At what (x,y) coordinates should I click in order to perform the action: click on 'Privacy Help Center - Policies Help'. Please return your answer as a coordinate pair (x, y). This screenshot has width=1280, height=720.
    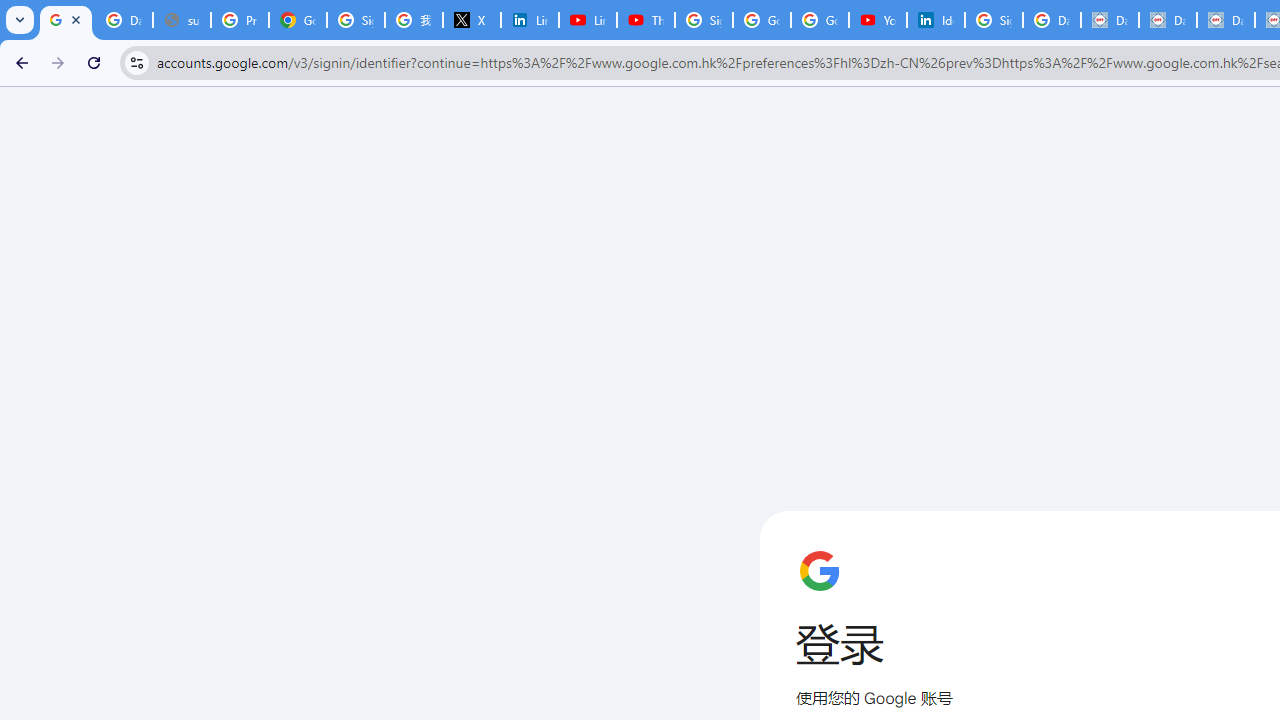
    Looking at the image, I should click on (240, 20).